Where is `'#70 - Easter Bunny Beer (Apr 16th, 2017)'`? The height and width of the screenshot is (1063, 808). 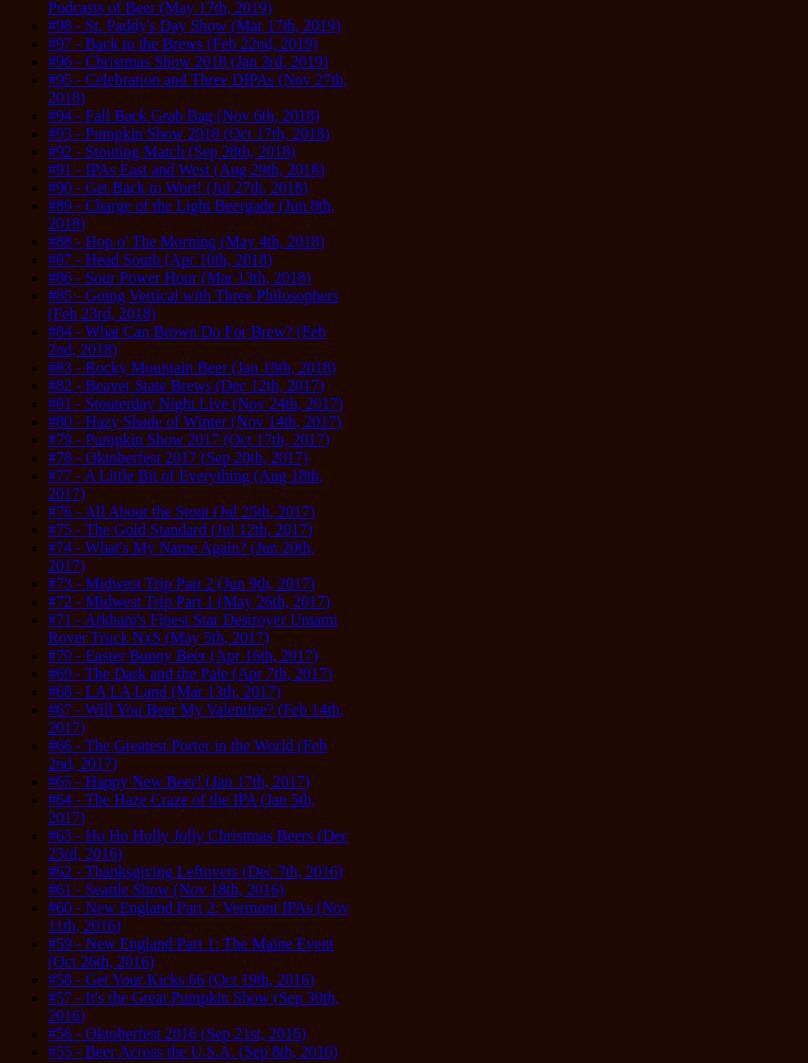 '#70 - Easter Bunny Beer (Apr 16th, 2017)' is located at coordinates (47, 654).